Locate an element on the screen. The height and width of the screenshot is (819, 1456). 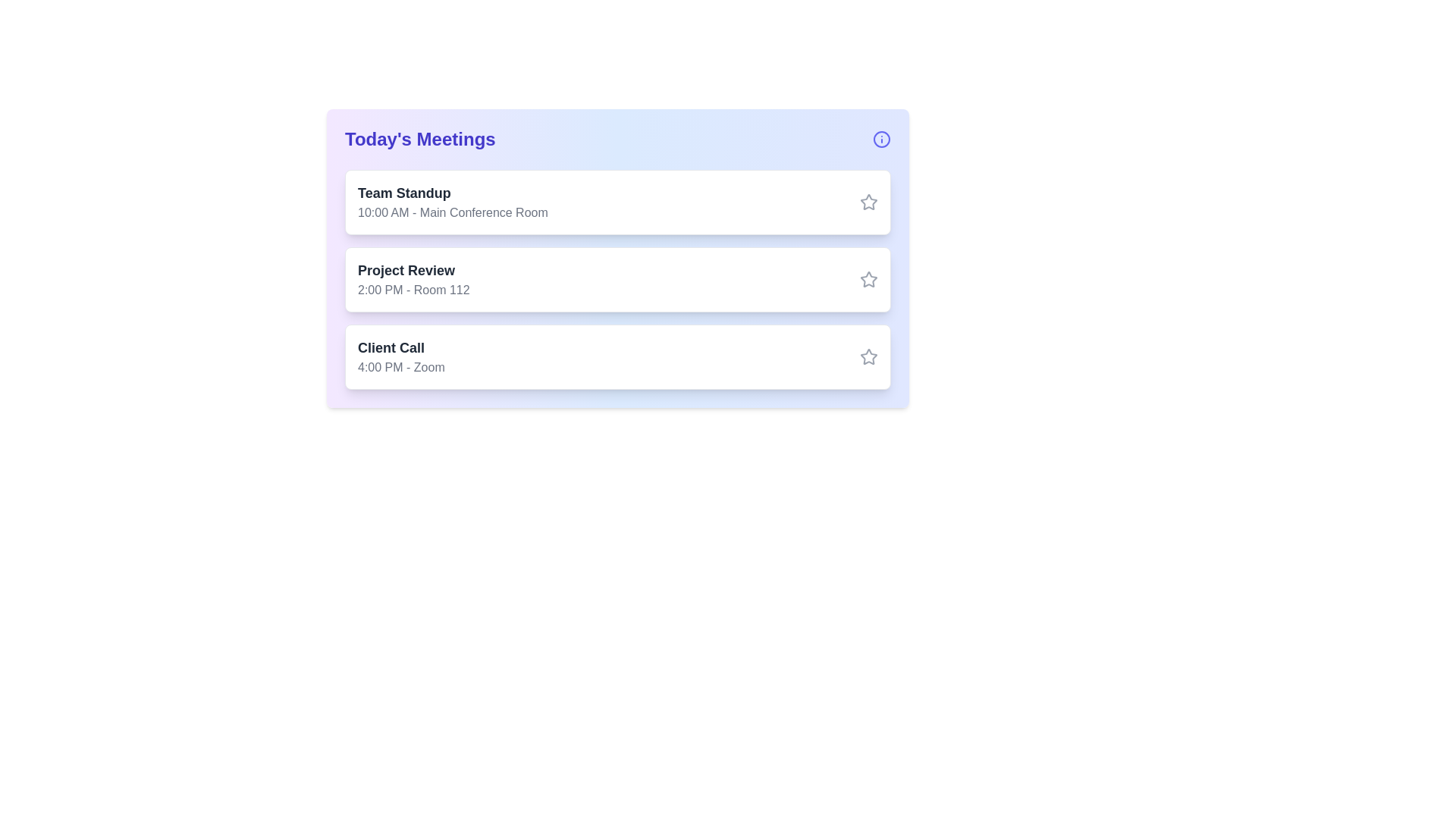
the interactive star icon located in the top-right corner of the first card in the displayed list is located at coordinates (868, 201).